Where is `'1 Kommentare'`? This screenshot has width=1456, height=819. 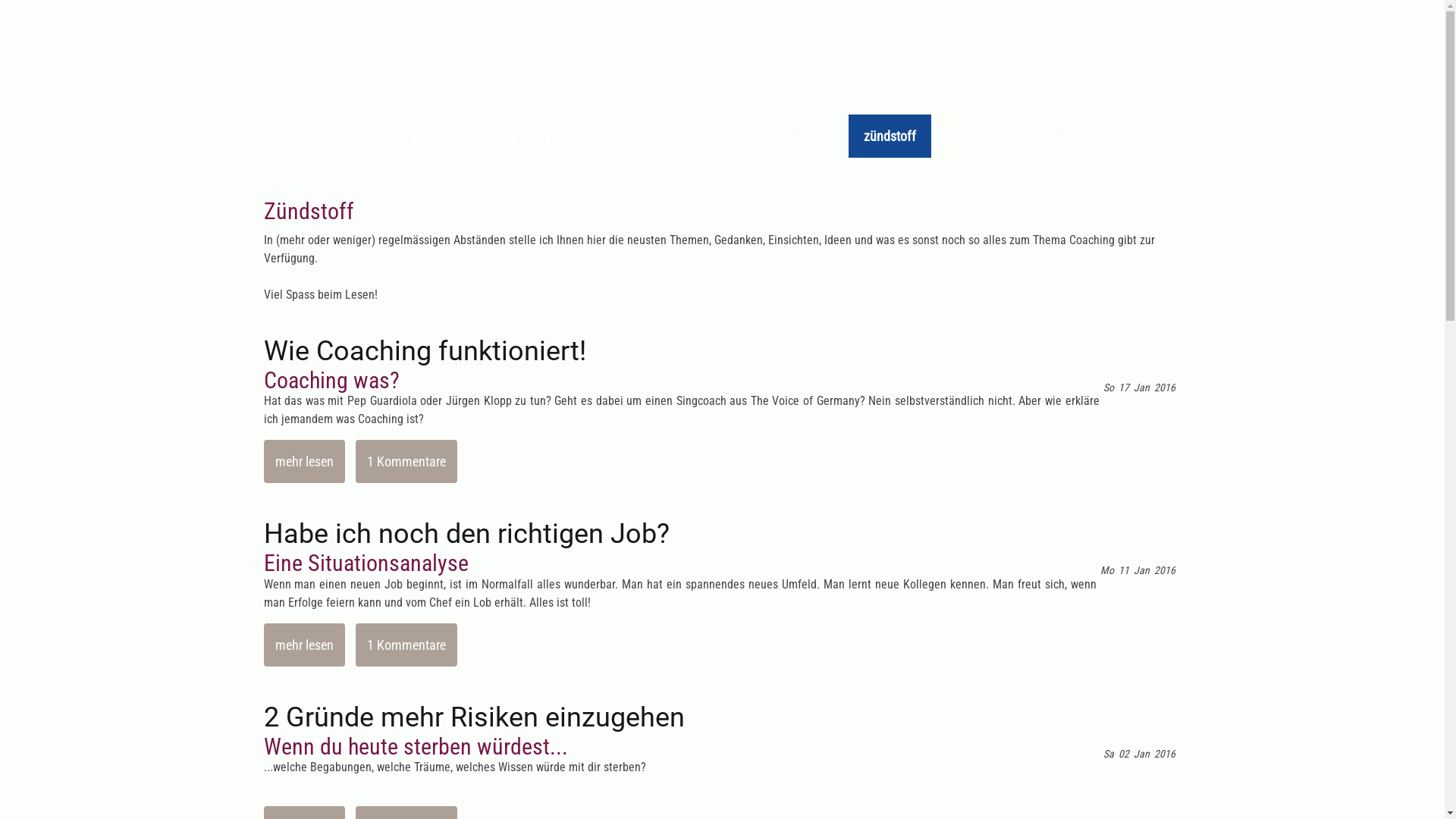 '1 Kommentare' is located at coordinates (405, 460).